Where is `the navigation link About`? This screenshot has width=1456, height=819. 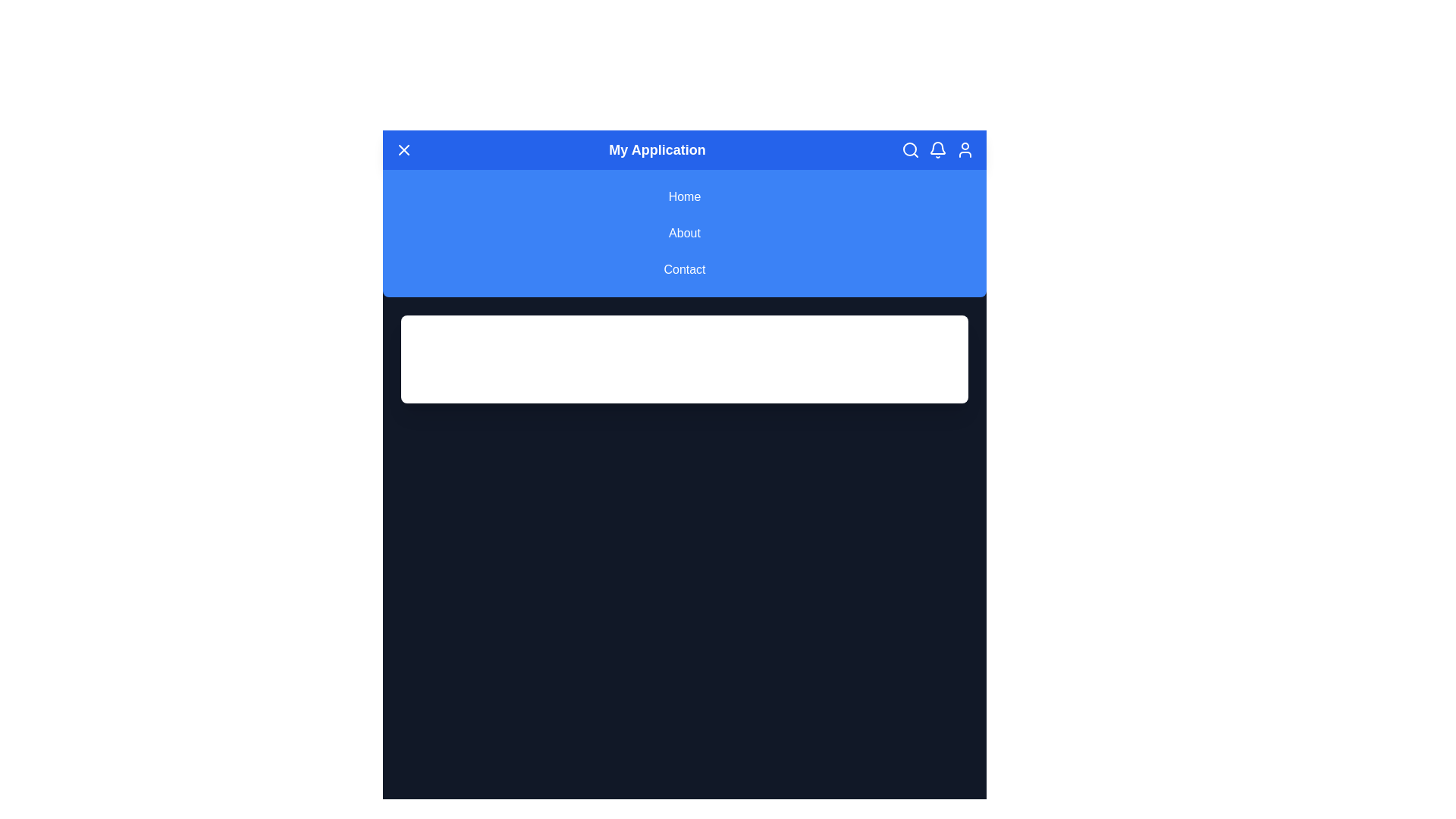
the navigation link About is located at coordinates (683, 234).